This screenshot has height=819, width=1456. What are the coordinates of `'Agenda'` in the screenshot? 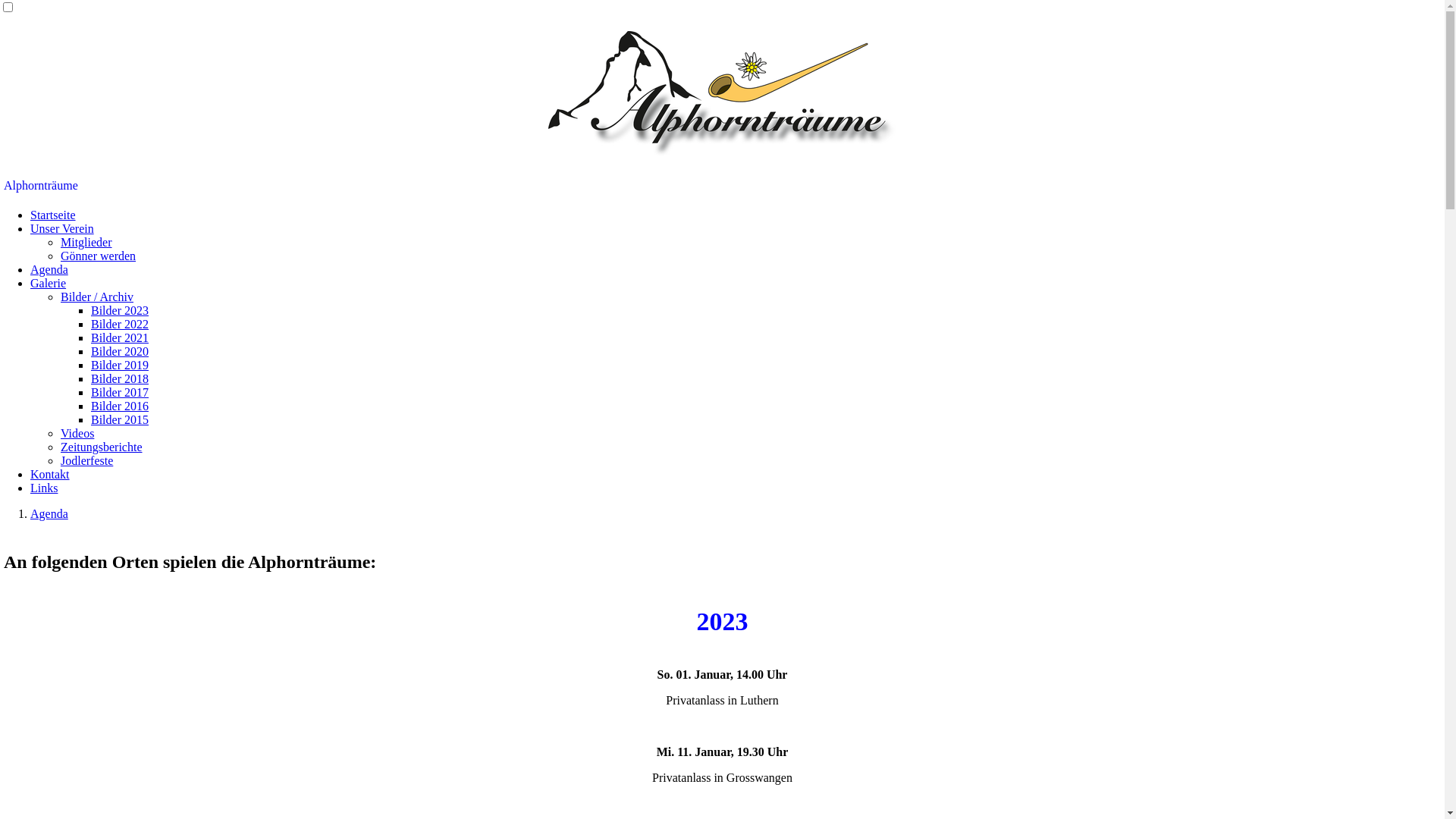 It's located at (49, 513).